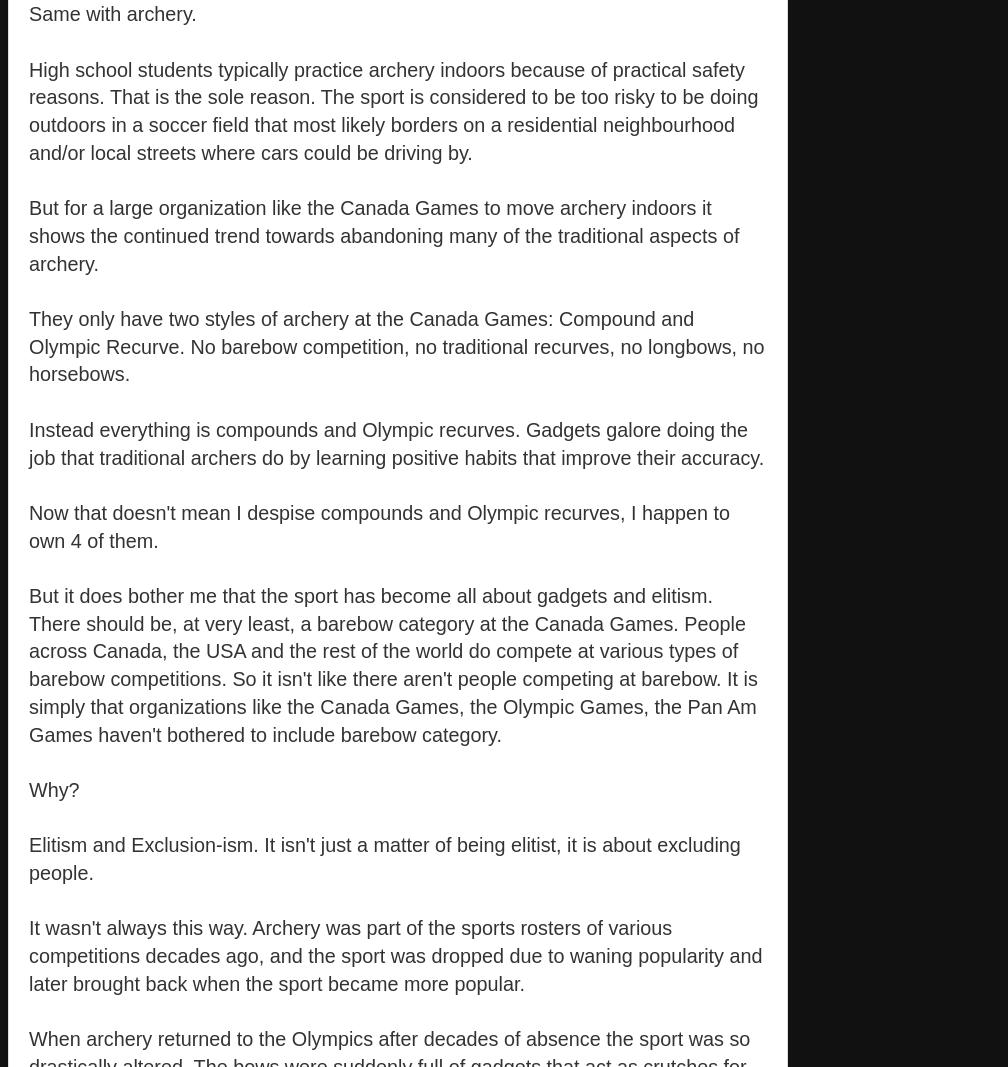  What do you see at coordinates (112, 12) in the screenshot?
I see `'Same with archery.'` at bounding box center [112, 12].